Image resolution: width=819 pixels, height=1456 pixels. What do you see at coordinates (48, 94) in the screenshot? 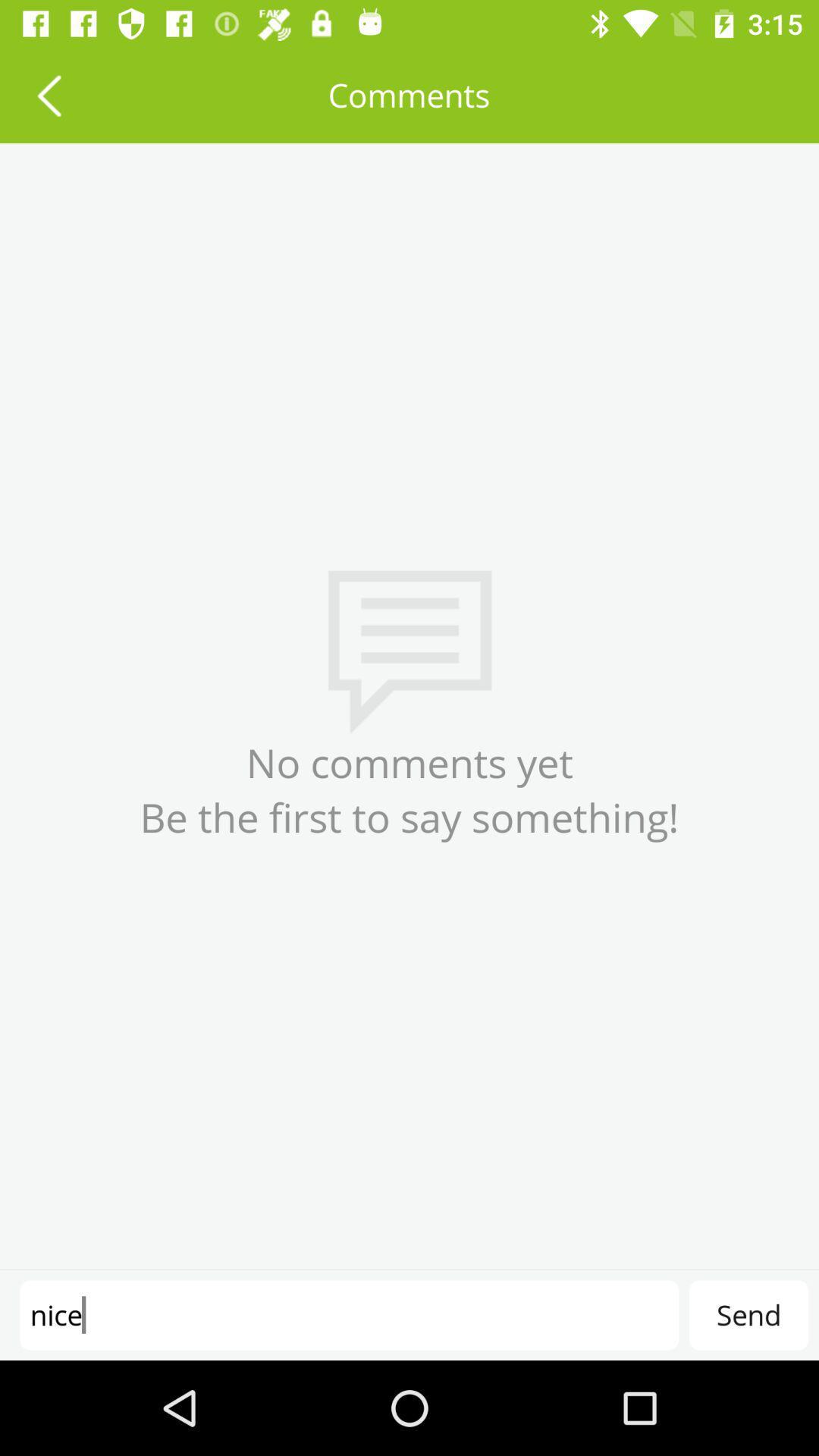
I see `go back` at bounding box center [48, 94].